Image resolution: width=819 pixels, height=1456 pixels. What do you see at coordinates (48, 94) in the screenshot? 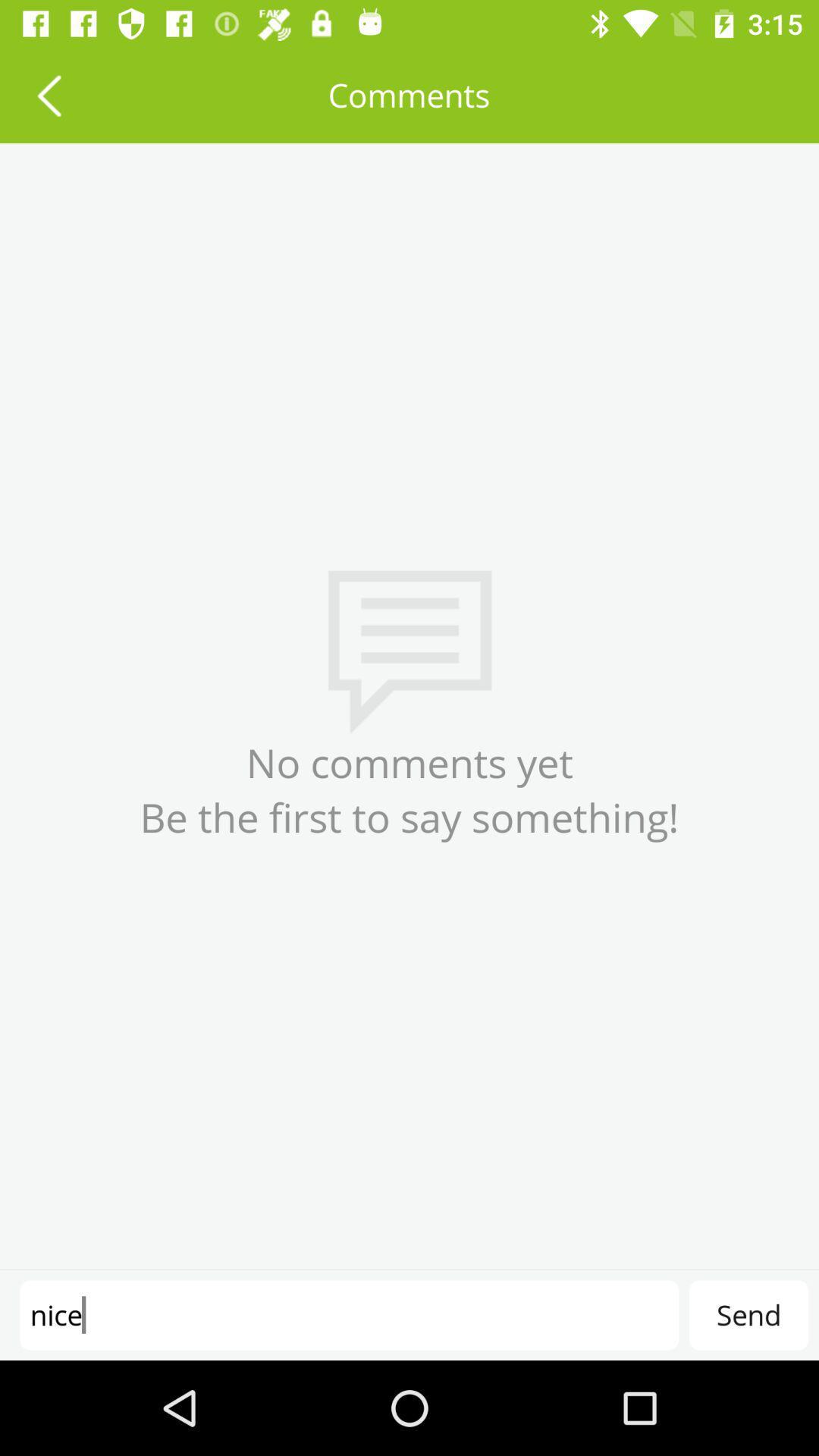
I see `go back` at bounding box center [48, 94].